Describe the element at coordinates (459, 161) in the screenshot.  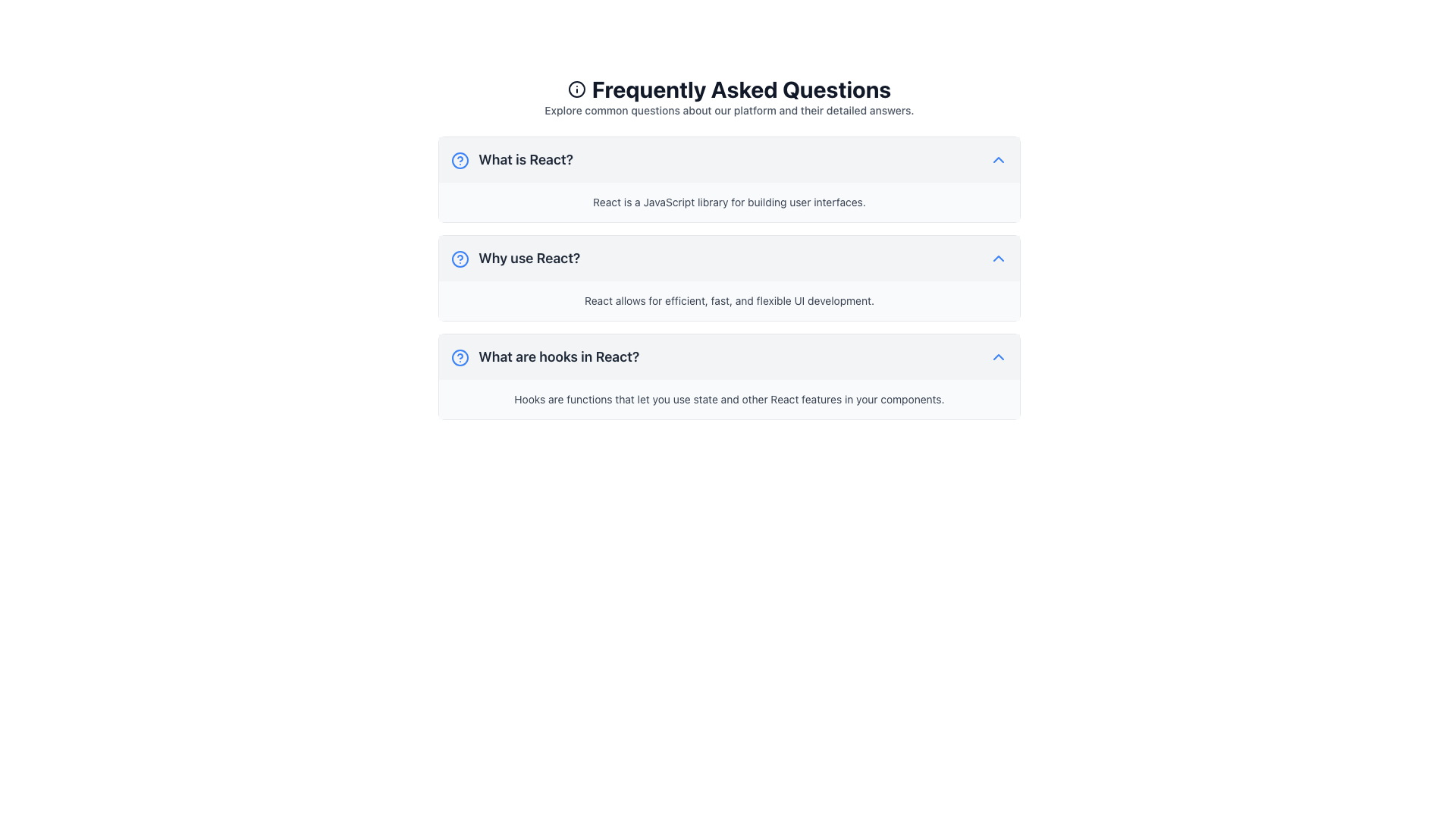
I see `the help icon located at the start of the FAQ entry titled 'What is React?' which provides additional context upon interaction` at that location.